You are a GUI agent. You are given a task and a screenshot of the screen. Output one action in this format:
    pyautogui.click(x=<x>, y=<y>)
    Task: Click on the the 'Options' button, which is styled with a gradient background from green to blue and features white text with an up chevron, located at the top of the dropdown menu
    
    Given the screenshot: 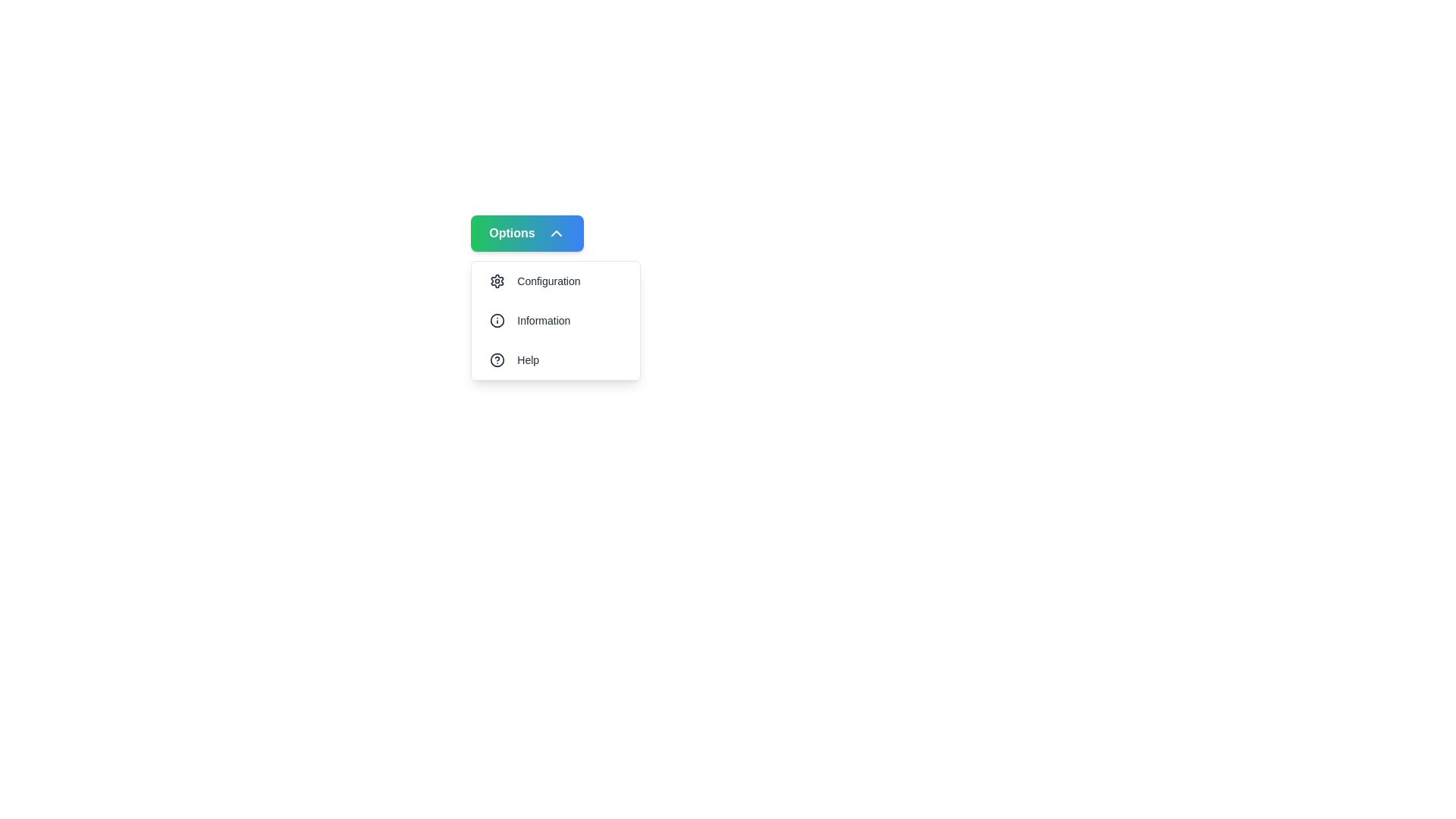 What is the action you would take?
    pyautogui.click(x=527, y=234)
    